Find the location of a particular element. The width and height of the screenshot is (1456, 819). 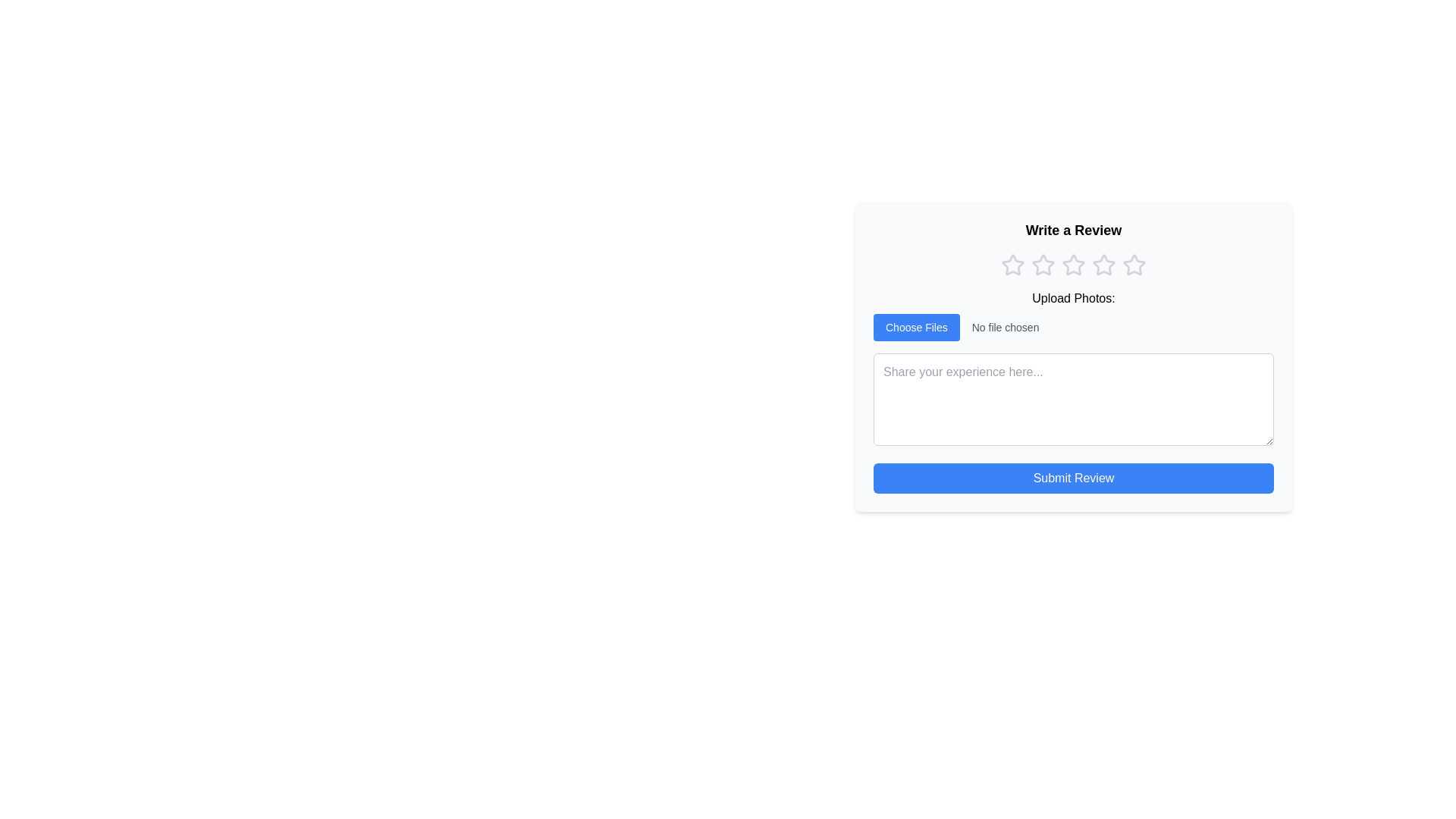

the first star icon is located at coordinates (1041, 263).